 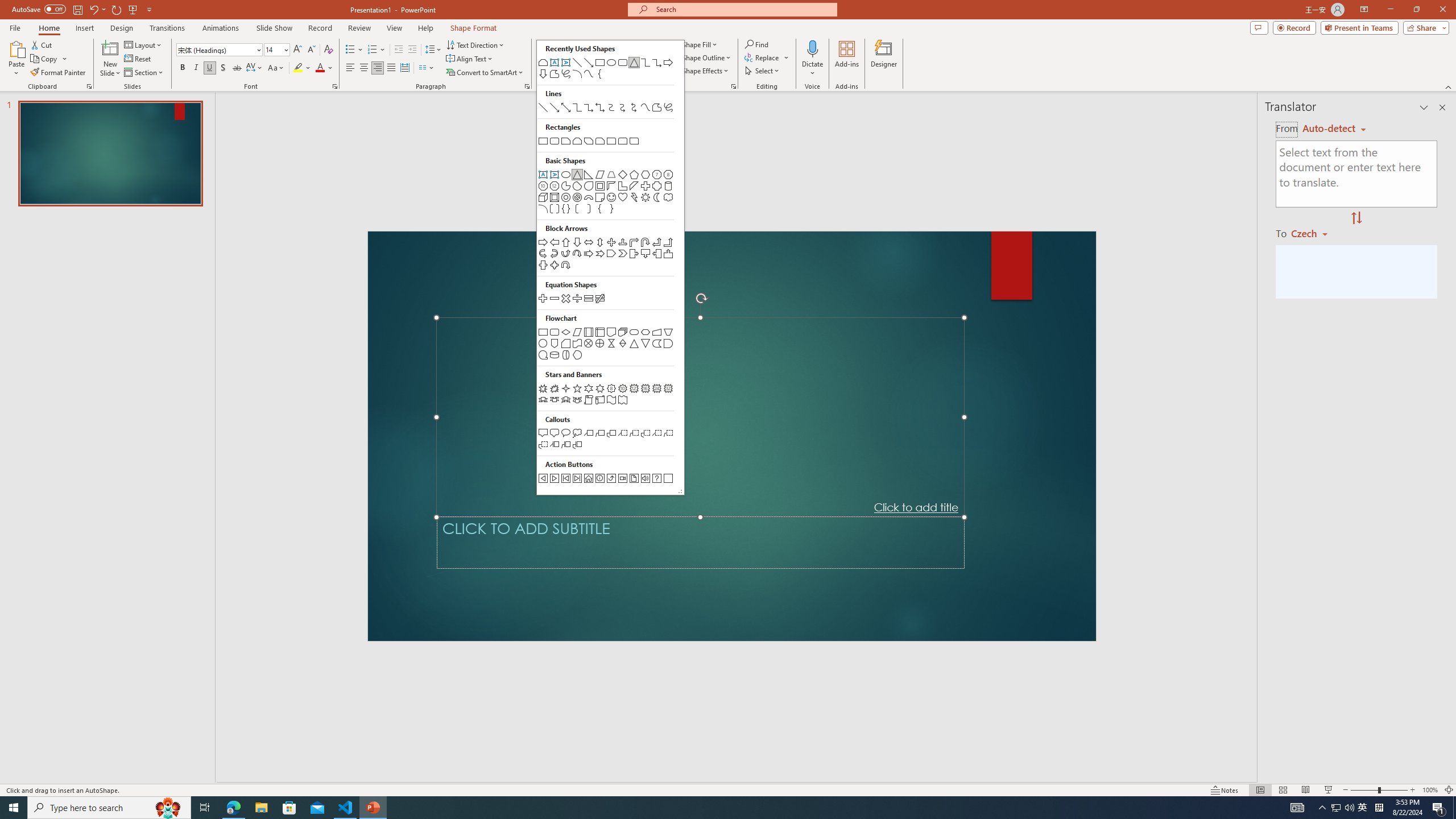 I want to click on 'Subtitle TextBox', so click(x=700, y=542).